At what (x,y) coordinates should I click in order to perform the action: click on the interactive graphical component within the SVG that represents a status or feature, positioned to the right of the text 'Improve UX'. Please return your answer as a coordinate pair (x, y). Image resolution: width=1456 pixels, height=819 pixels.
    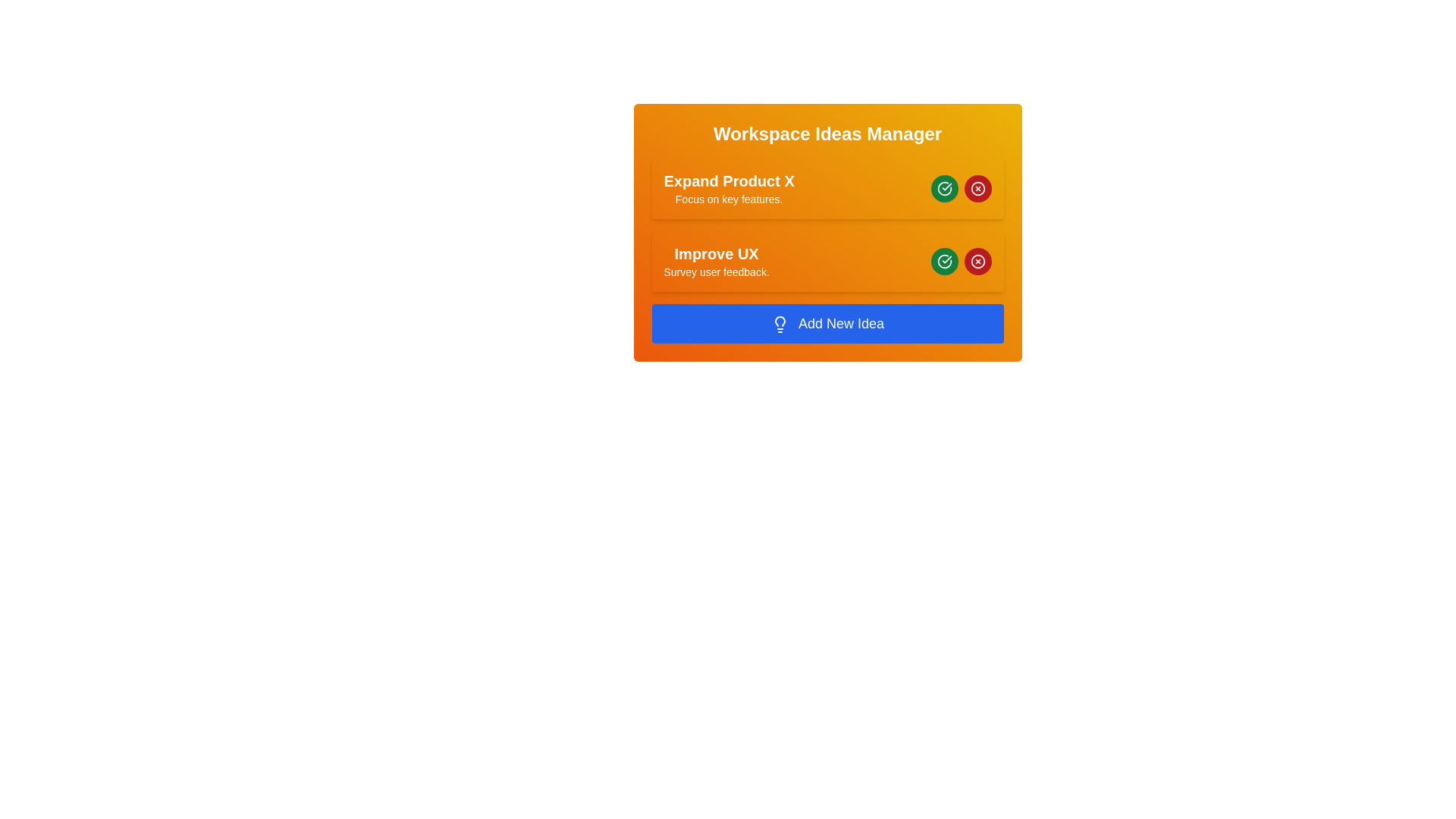
    Looking at the image, I should click on (943, 260).